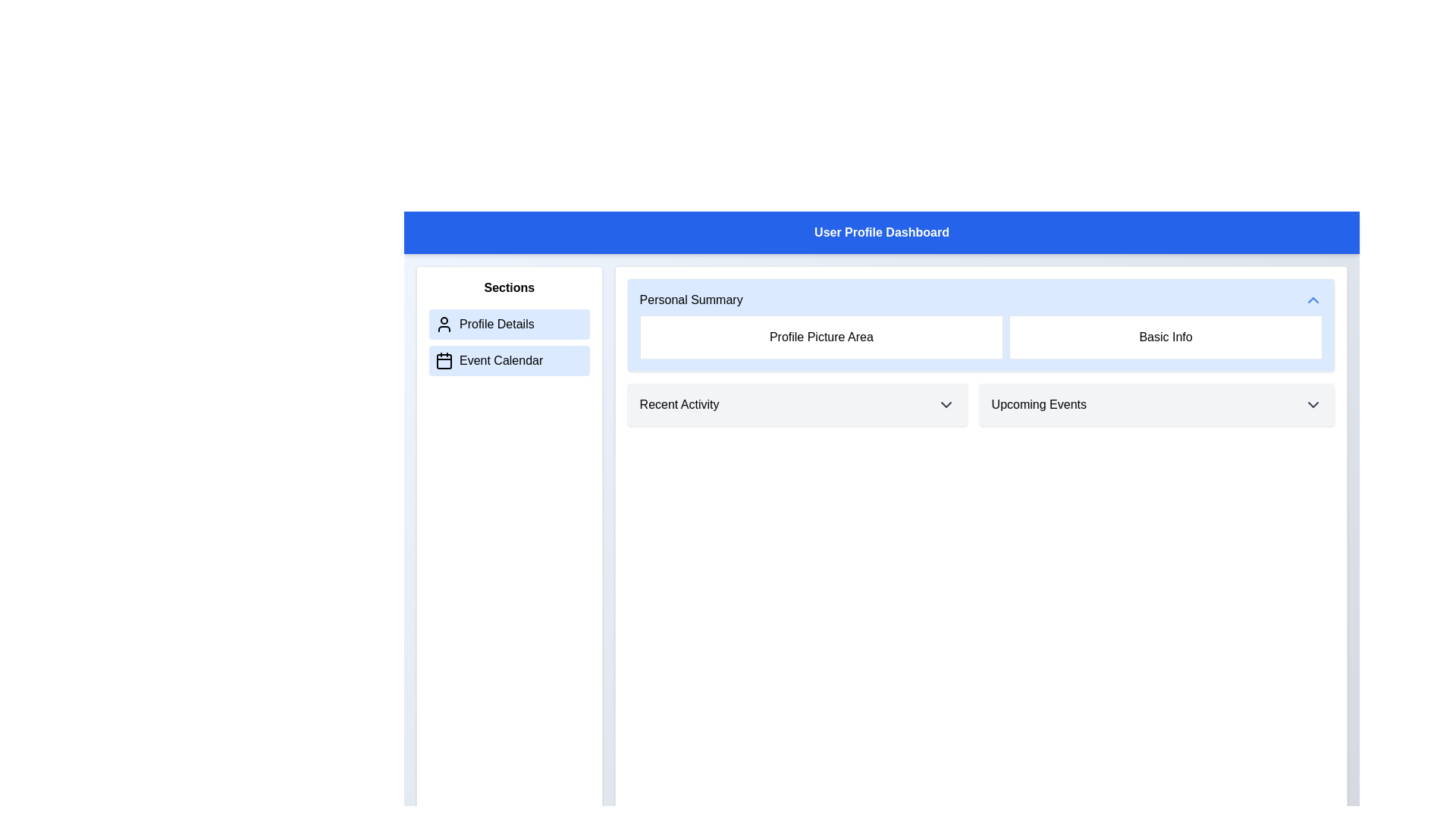  Describe the element at coordinates (690, 300) in the screenshot. I see `the 'Personal Summary' text label` at that location.